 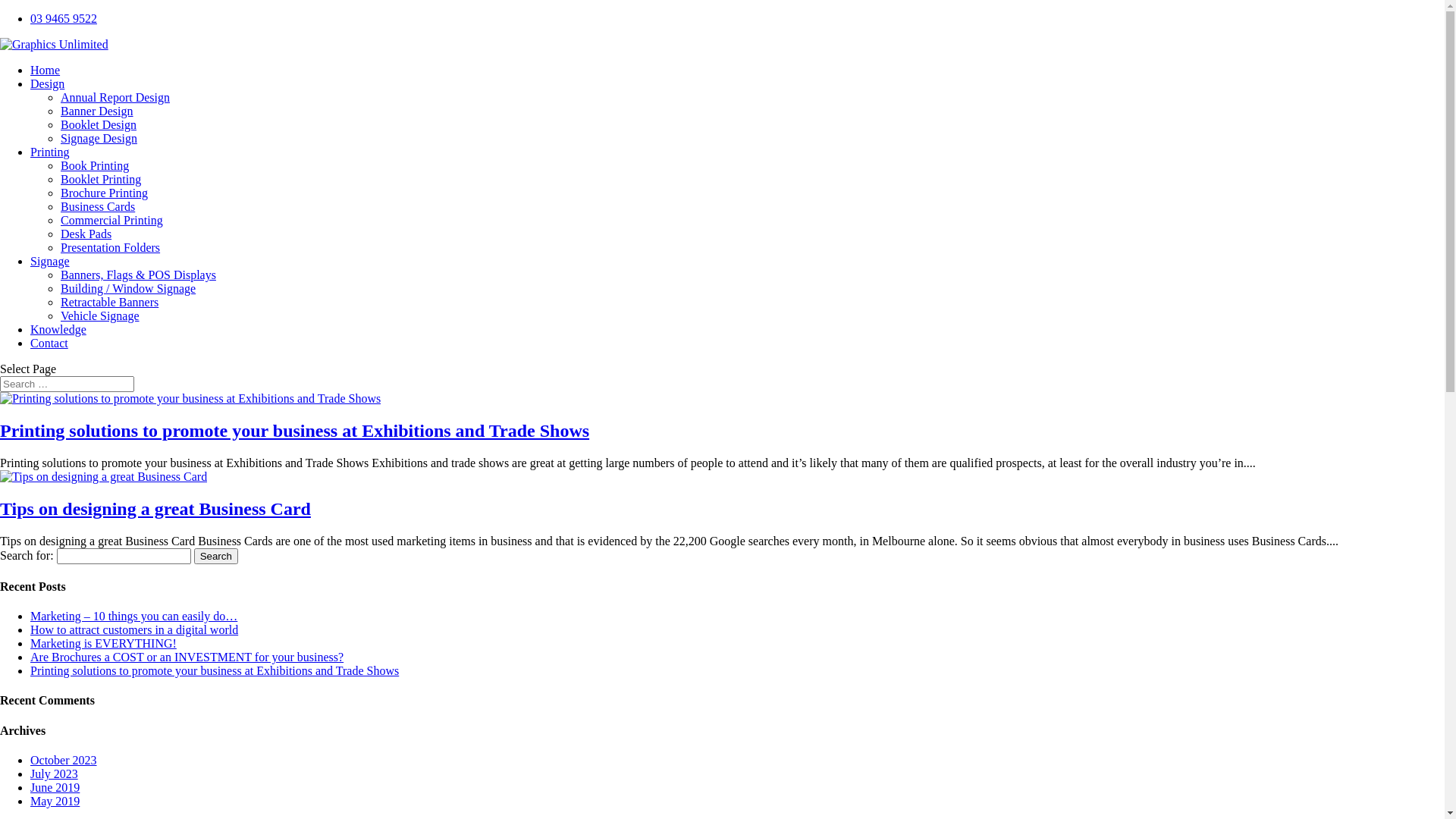 What do you see at coordinates (108, 302) in the screenshot?
I see `'Retractable Banners'` at bounding box center [108, 302].